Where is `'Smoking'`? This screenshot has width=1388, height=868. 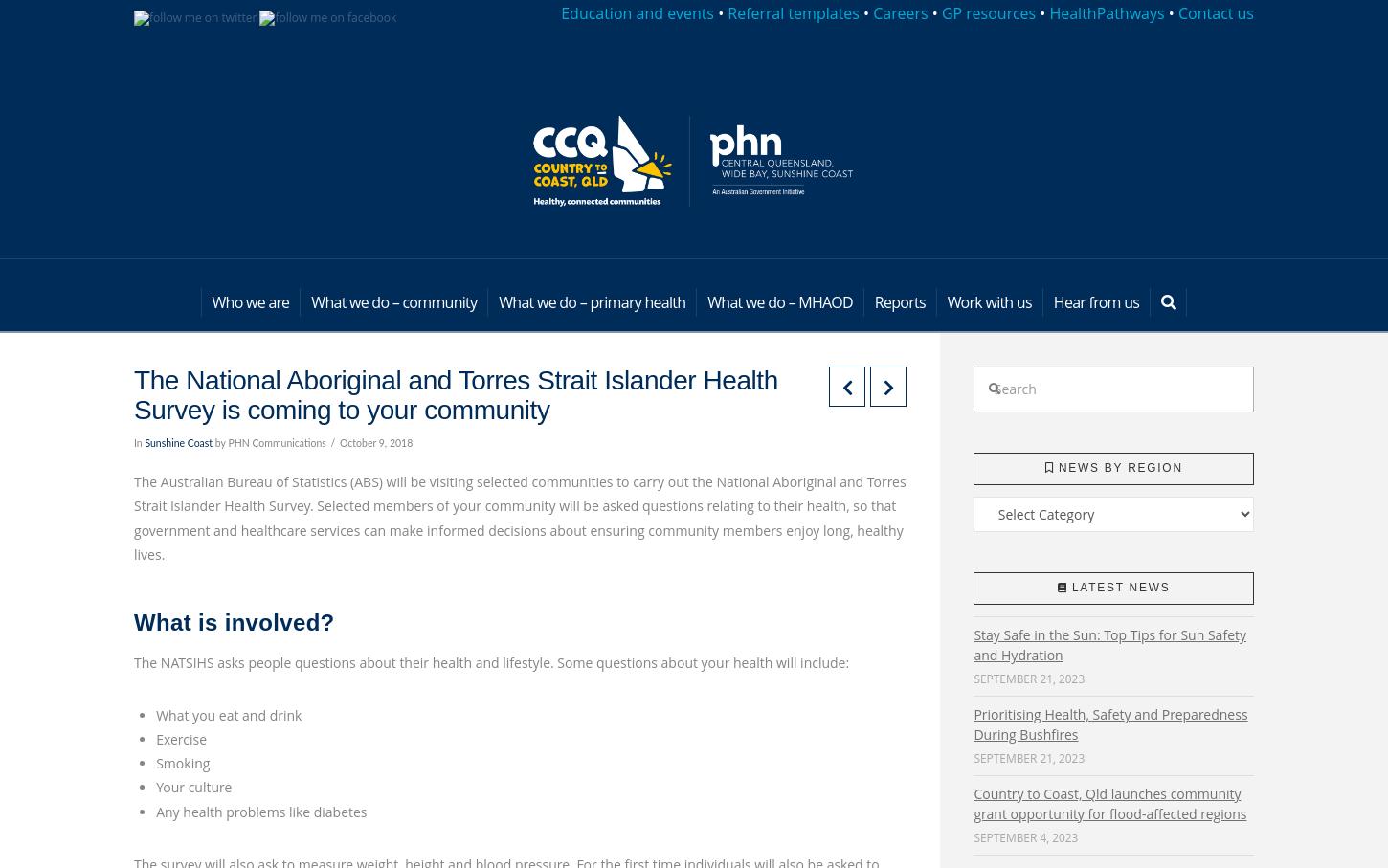 'Smoking' is located at coordinates (181, 763).